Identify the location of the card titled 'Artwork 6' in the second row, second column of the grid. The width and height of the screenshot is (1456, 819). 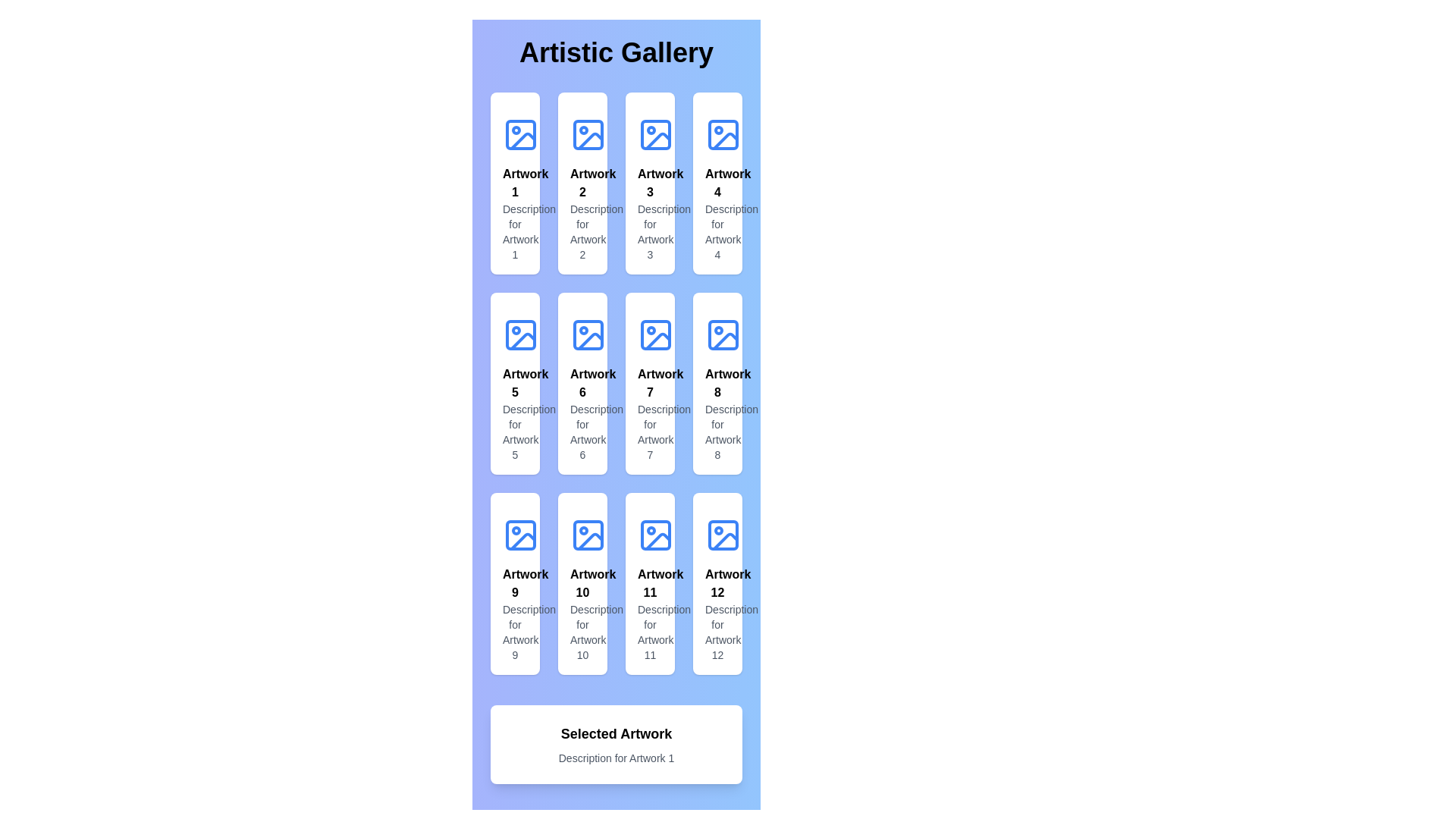
(582, 382).